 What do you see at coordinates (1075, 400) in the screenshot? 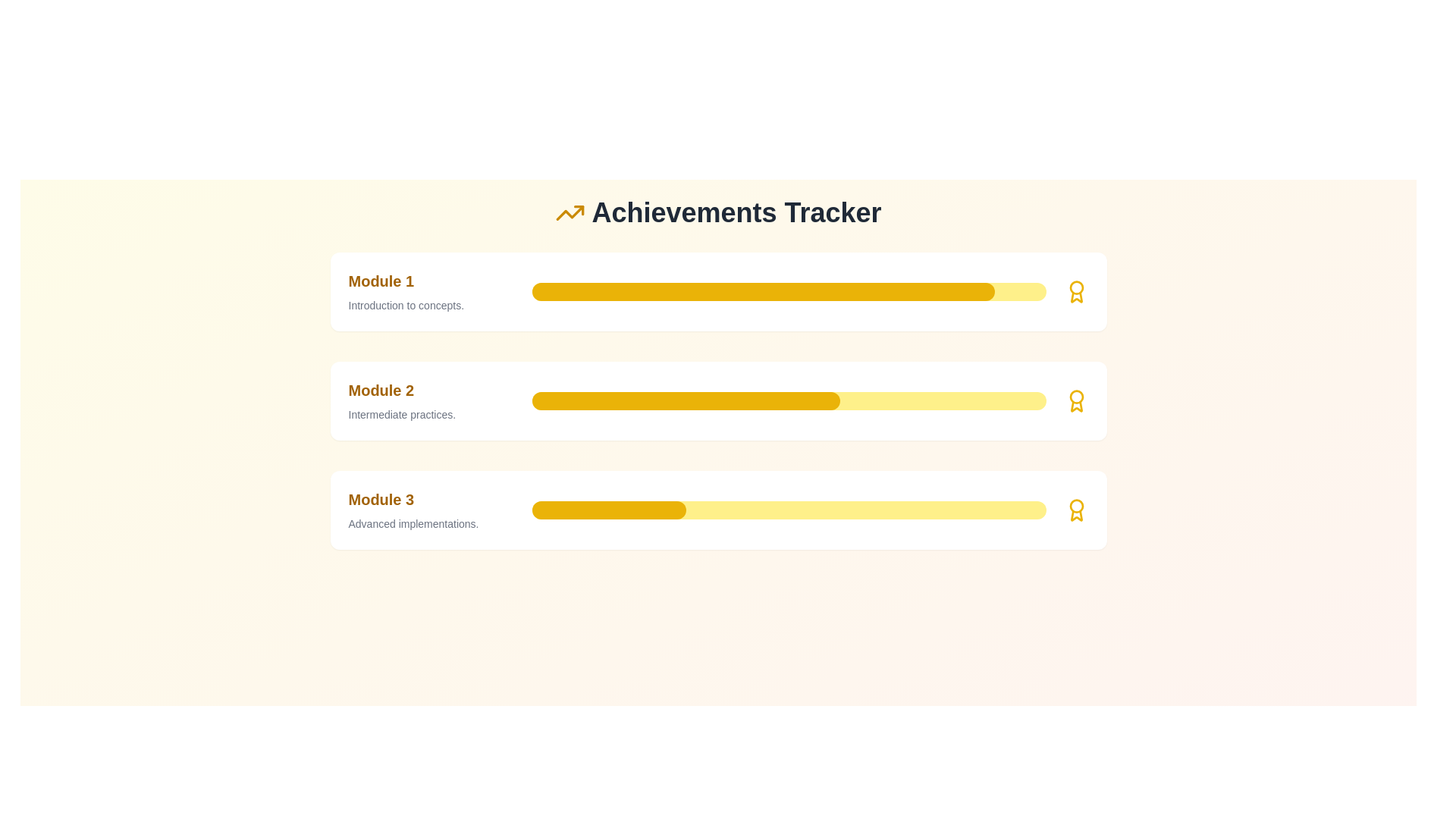
I see `the achievement badge icon located at the rightmost position of 'Module 2', aligned with the progress bar` at bounding box center [1075, 400].